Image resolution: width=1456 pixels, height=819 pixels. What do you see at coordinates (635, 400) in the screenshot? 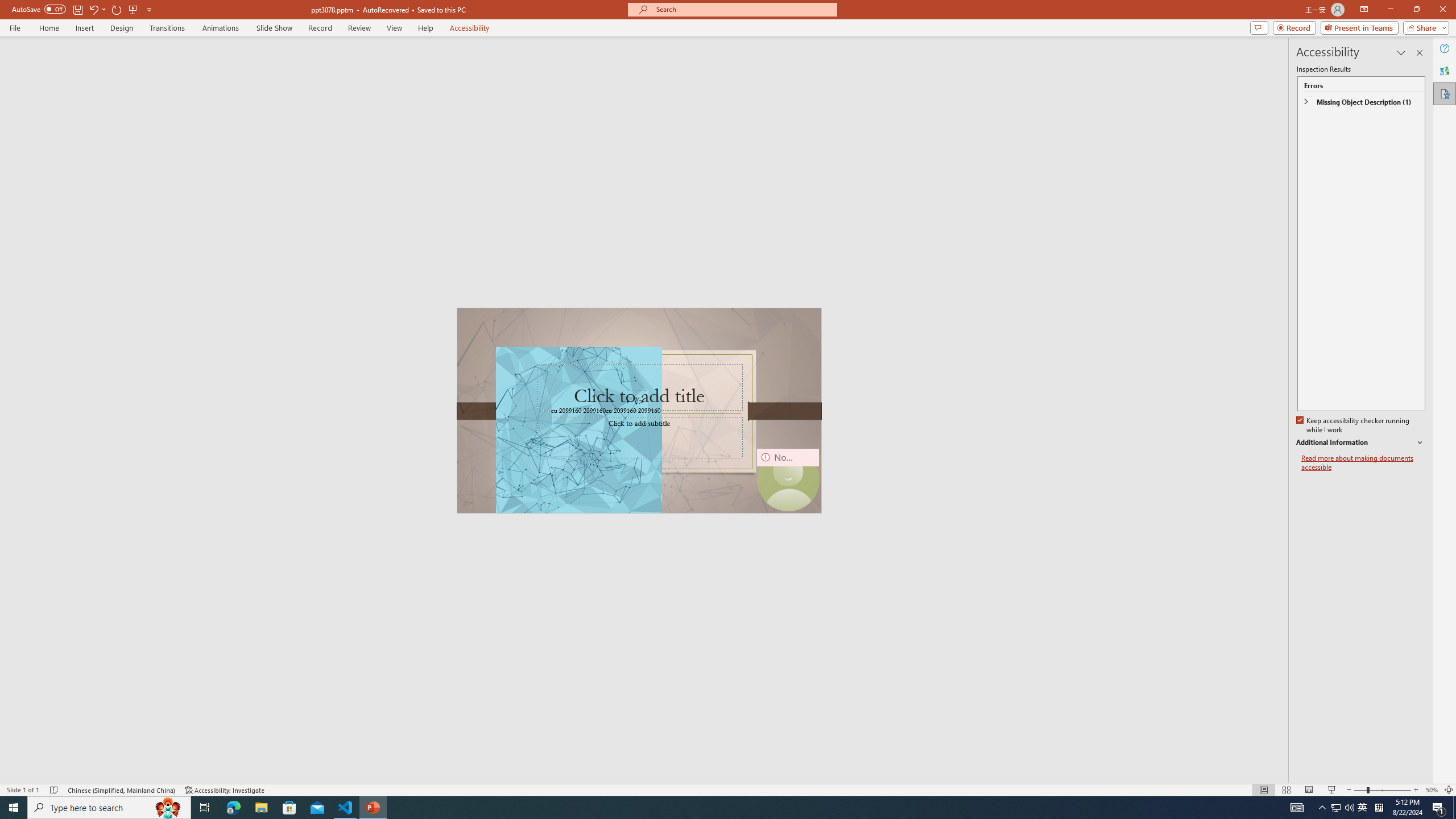
I see `'TextBox 7'` at bounding box center [635, 400].